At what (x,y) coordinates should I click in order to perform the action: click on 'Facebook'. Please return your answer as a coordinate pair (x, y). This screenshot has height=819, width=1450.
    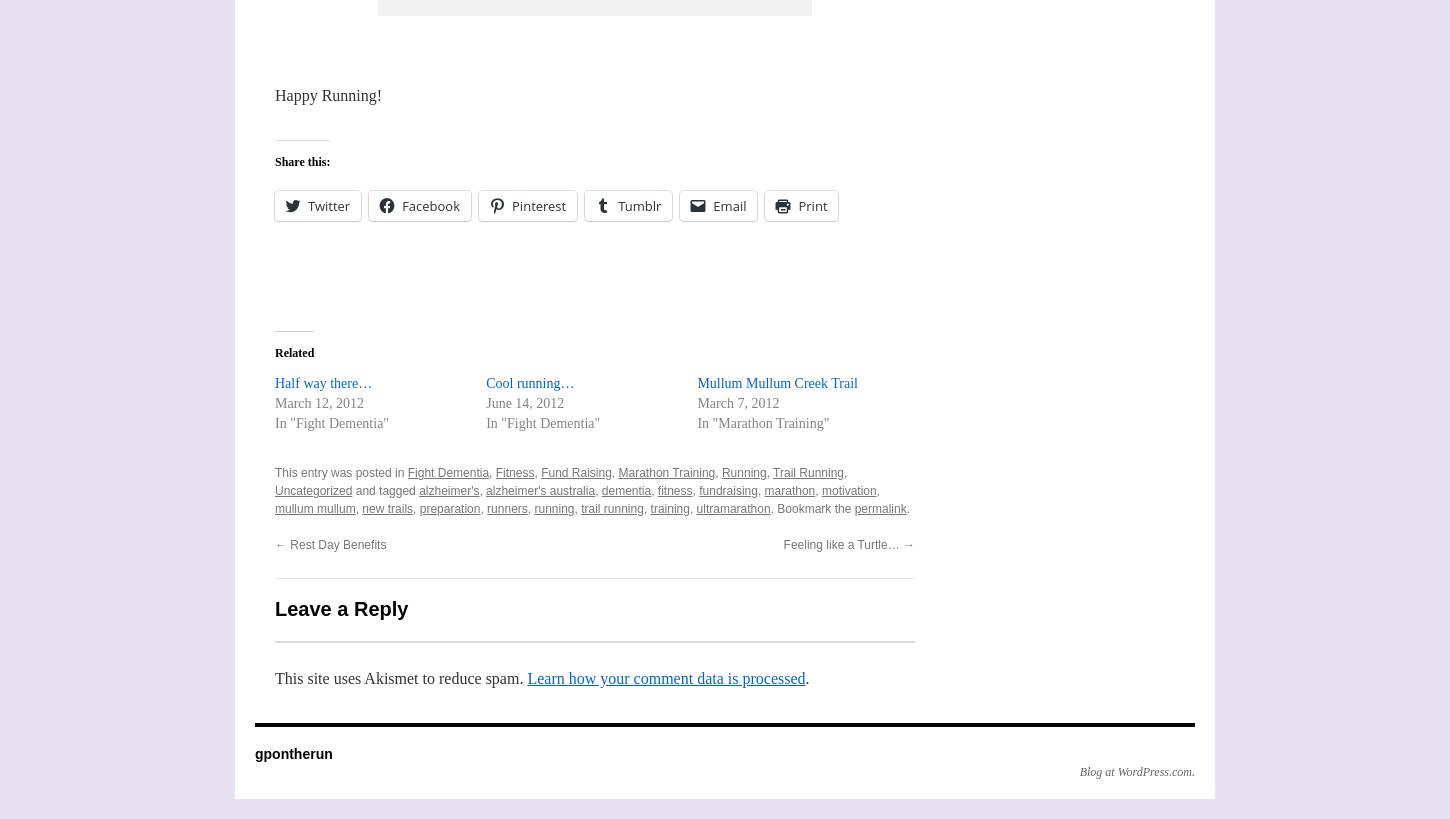
    Looking at the image, I should click on (429, 205).